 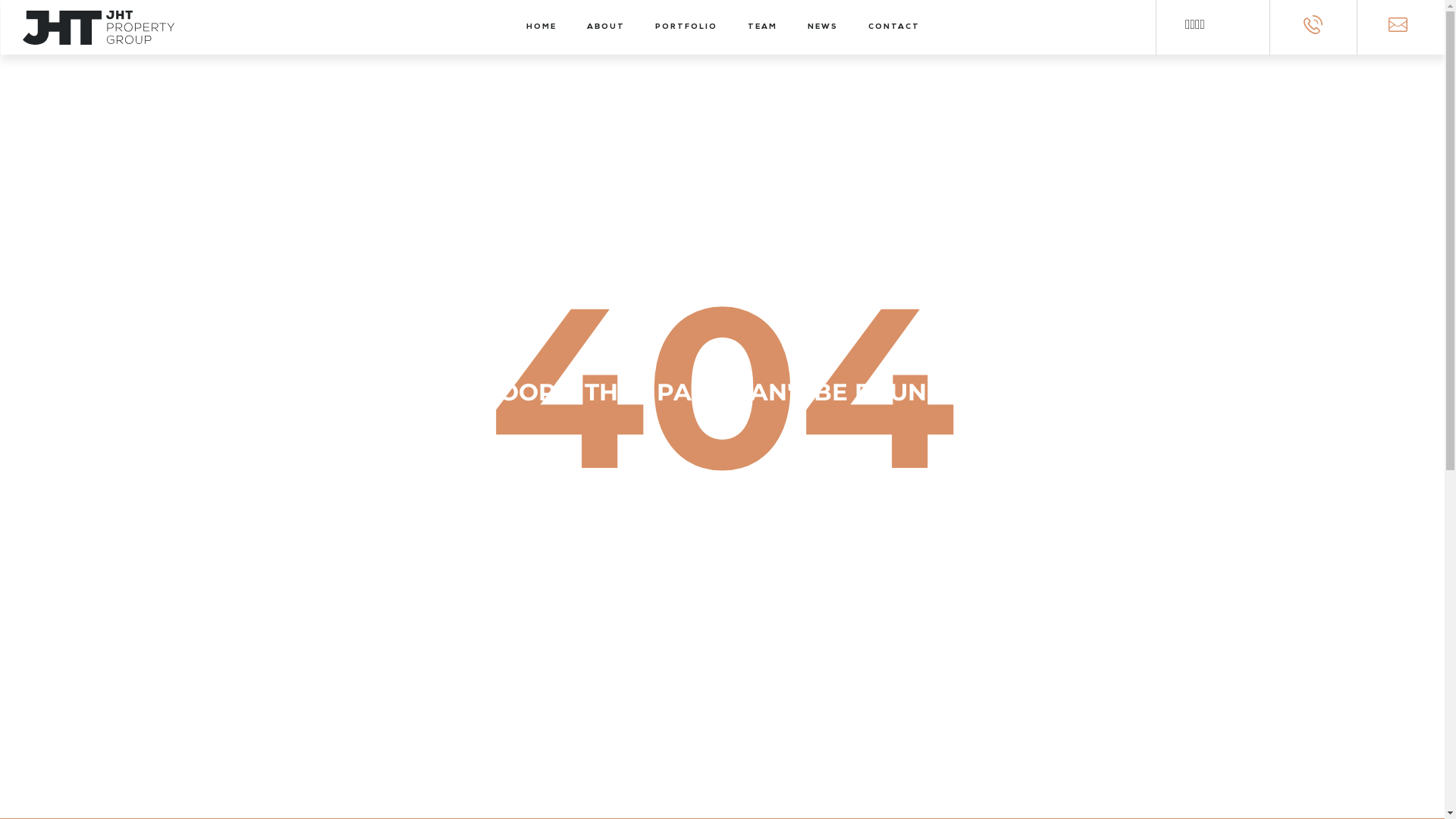 I want to click on 'ABOUT', so click(x=585, y=27).